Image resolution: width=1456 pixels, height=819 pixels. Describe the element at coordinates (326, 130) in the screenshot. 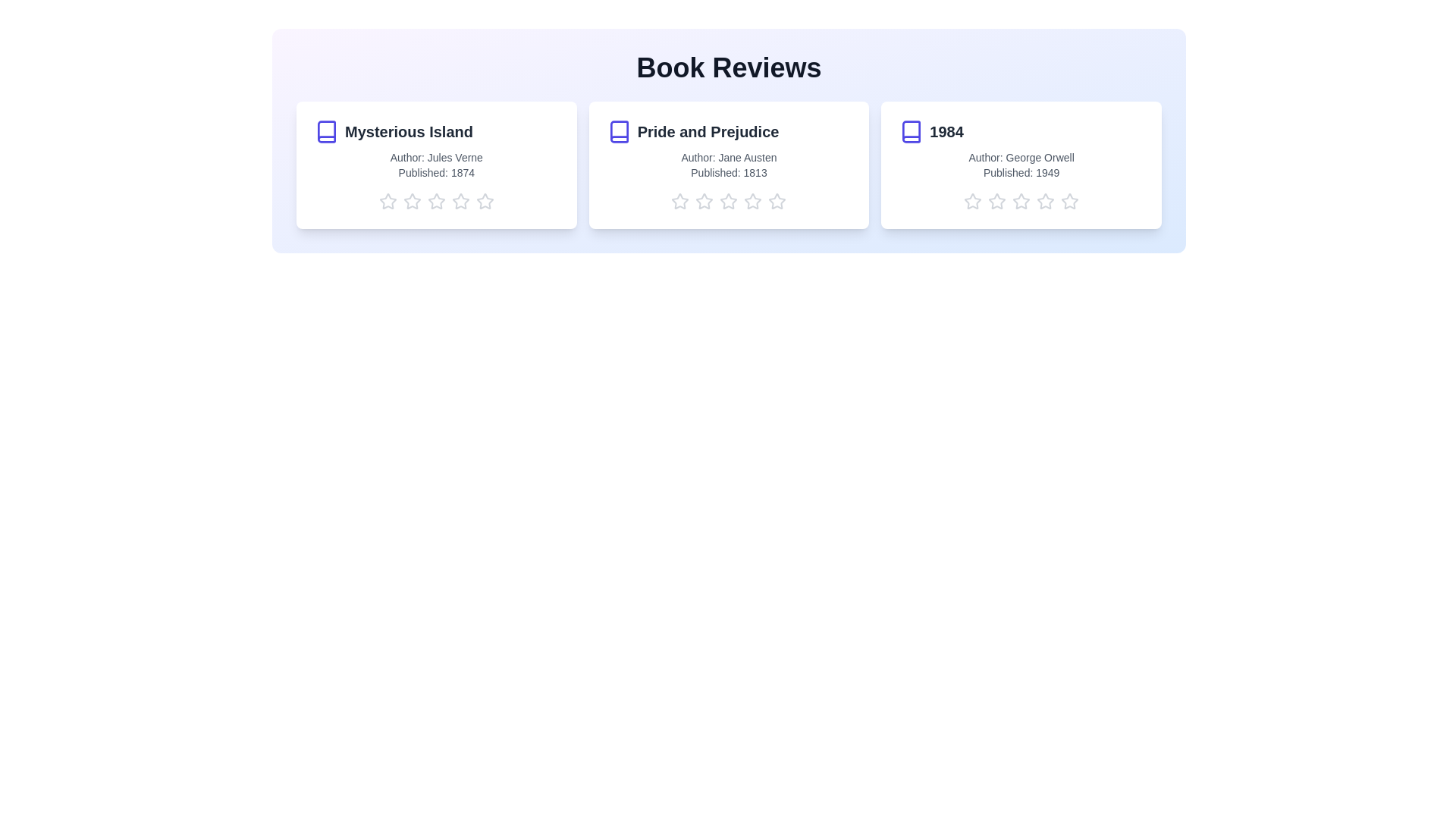

I see `the book icon of the book titled Mysterious Island` at that location.